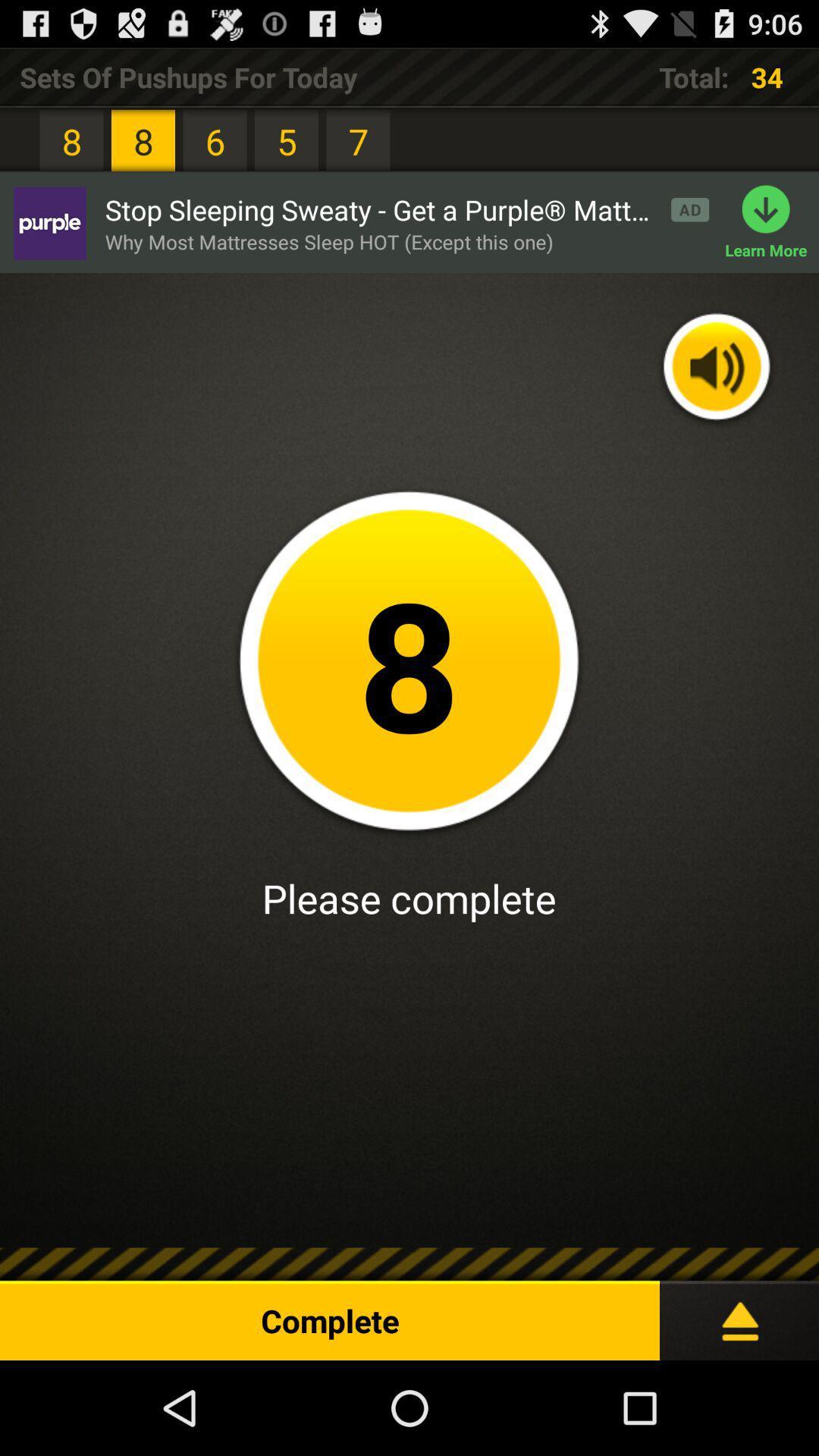  Describe the element at coordinates (739, 1313) in the screenshot. I see `complete settings` at that location.